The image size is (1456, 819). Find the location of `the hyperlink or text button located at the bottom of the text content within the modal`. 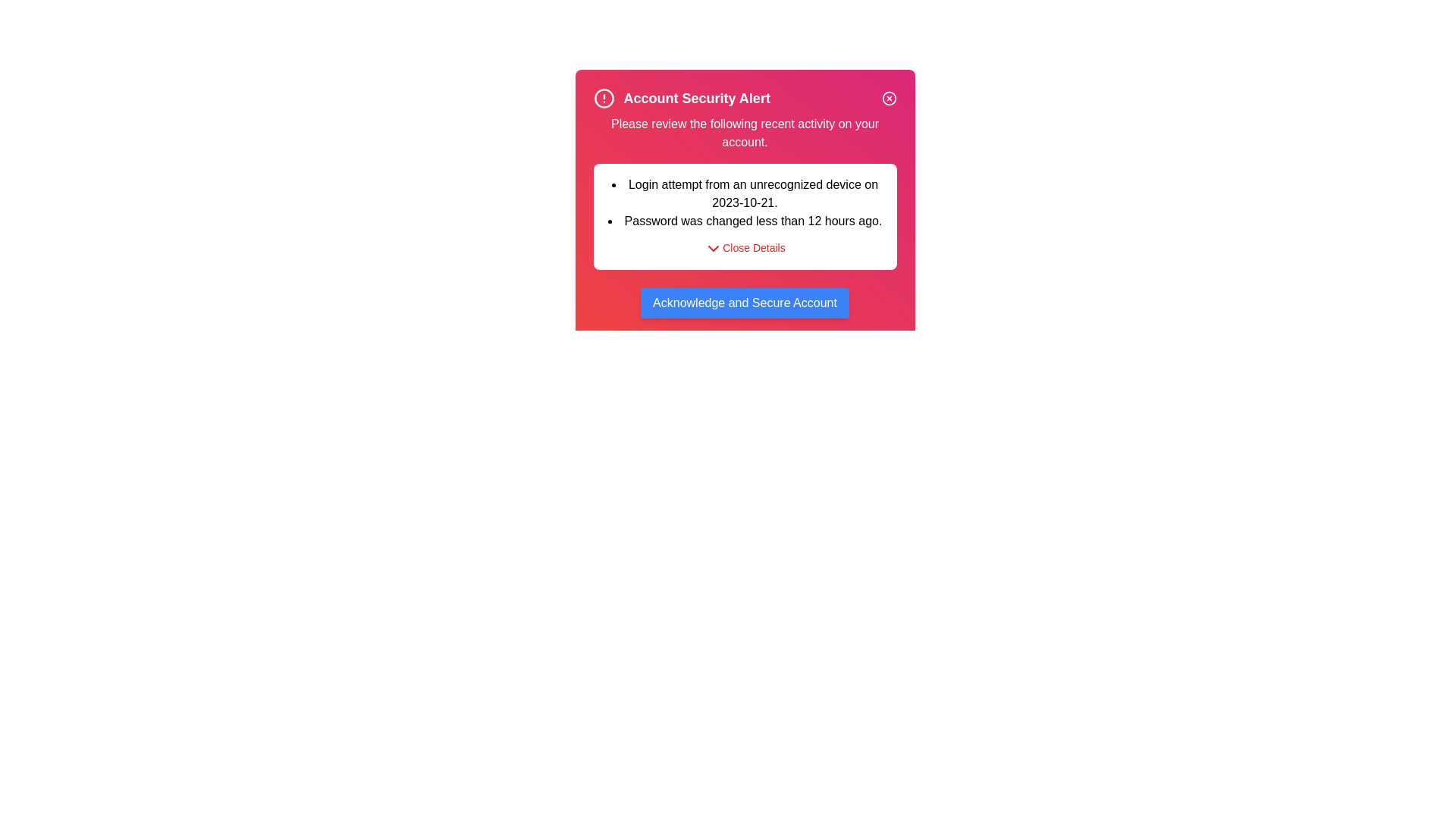

the hyperlink or text button located at the bottom of the text content within the modal is located at coordinates (745, 247).